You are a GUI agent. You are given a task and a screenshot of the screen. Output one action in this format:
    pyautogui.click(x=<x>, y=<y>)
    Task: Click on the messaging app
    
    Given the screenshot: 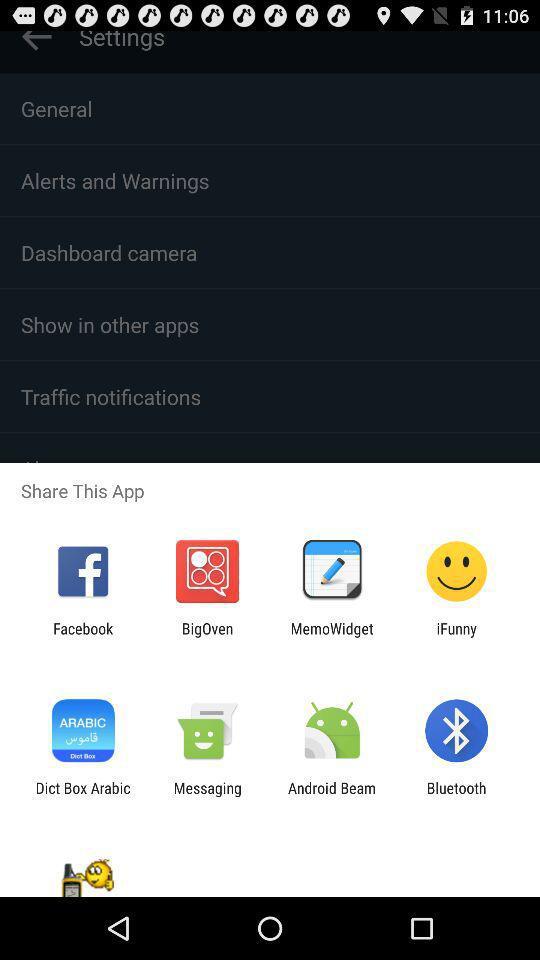 What is the action you would take?
    pyautogui.click(x=206, y=796)
    